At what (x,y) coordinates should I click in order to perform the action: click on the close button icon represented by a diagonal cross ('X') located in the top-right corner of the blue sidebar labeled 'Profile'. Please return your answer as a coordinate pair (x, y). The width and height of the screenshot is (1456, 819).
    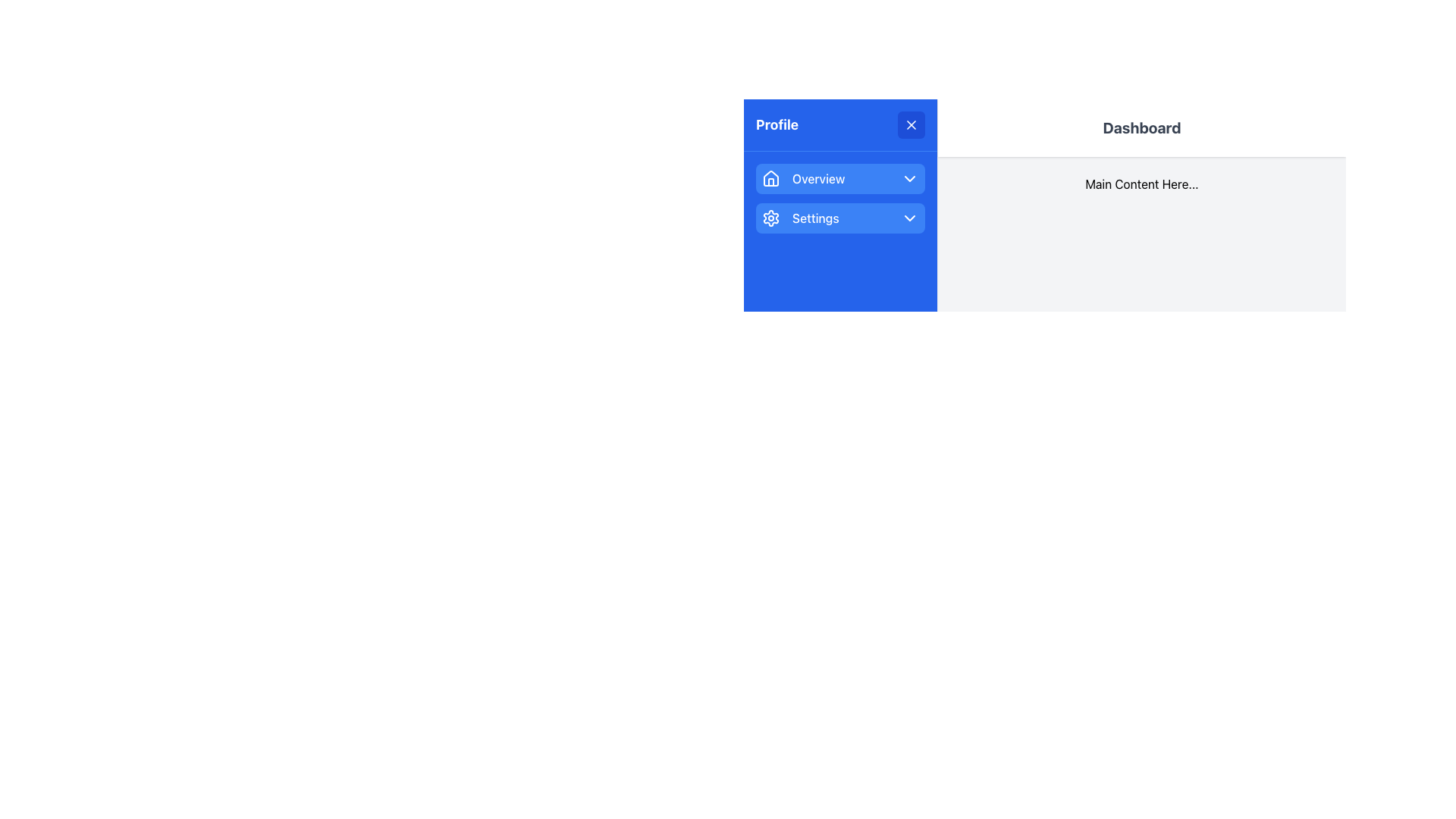
    Looking at the image, I should click on (910, 124).